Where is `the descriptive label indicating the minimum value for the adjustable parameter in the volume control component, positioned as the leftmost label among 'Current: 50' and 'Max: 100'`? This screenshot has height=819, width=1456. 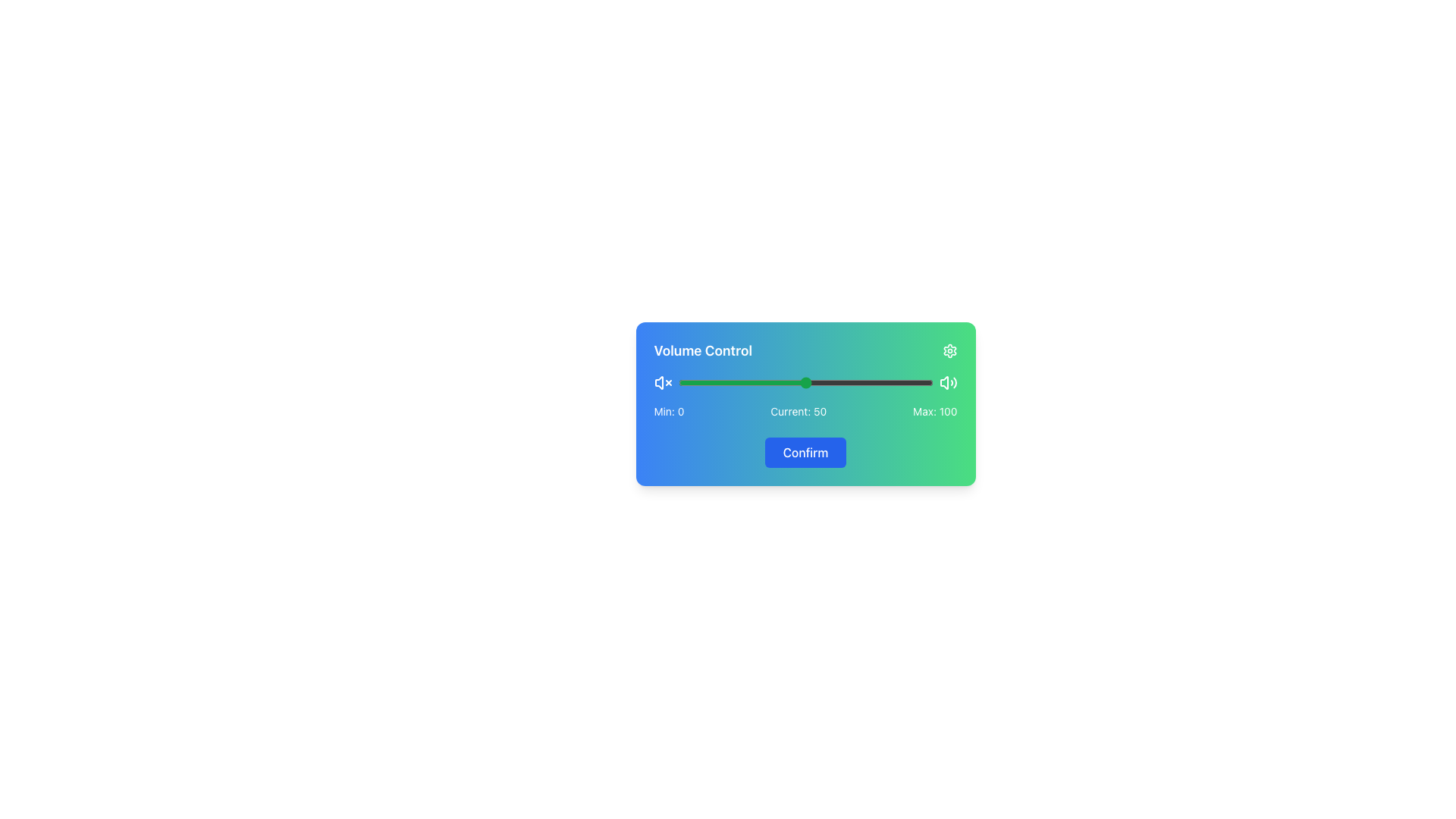 the descriptive label indicating the minimum value for the adjustable parameter in the volume control component, positioned as the leftmost label among 'Current: 50' and 'Max: 100' is located at coordinates (668, 412).